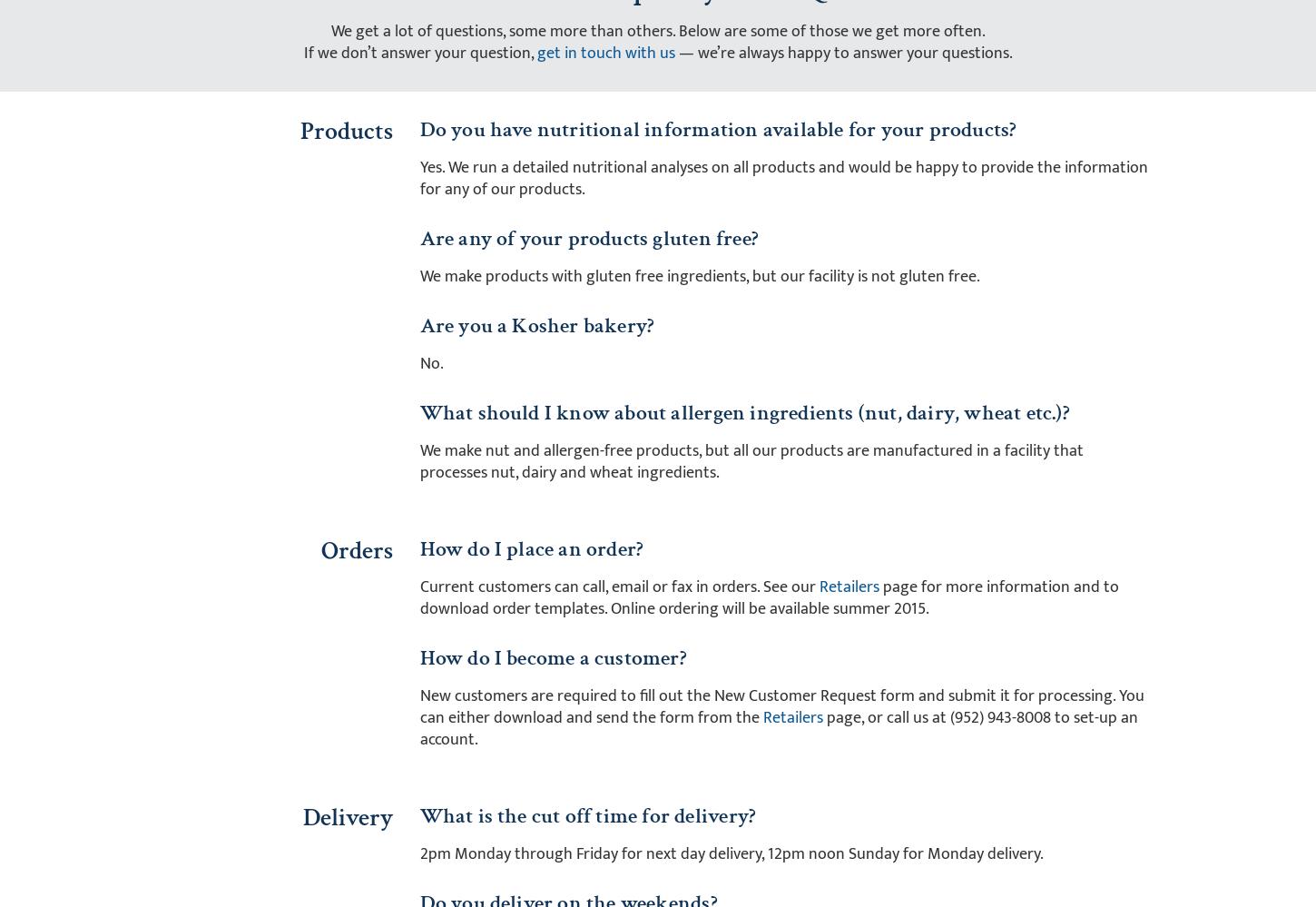 The width and height of the screenshot is (1316, 907). What do you see at coordinates (417, 585) in the screenshot?
I see `'Current customers can call, email or fax in orders. See our'` at bounding box center [417, 585].